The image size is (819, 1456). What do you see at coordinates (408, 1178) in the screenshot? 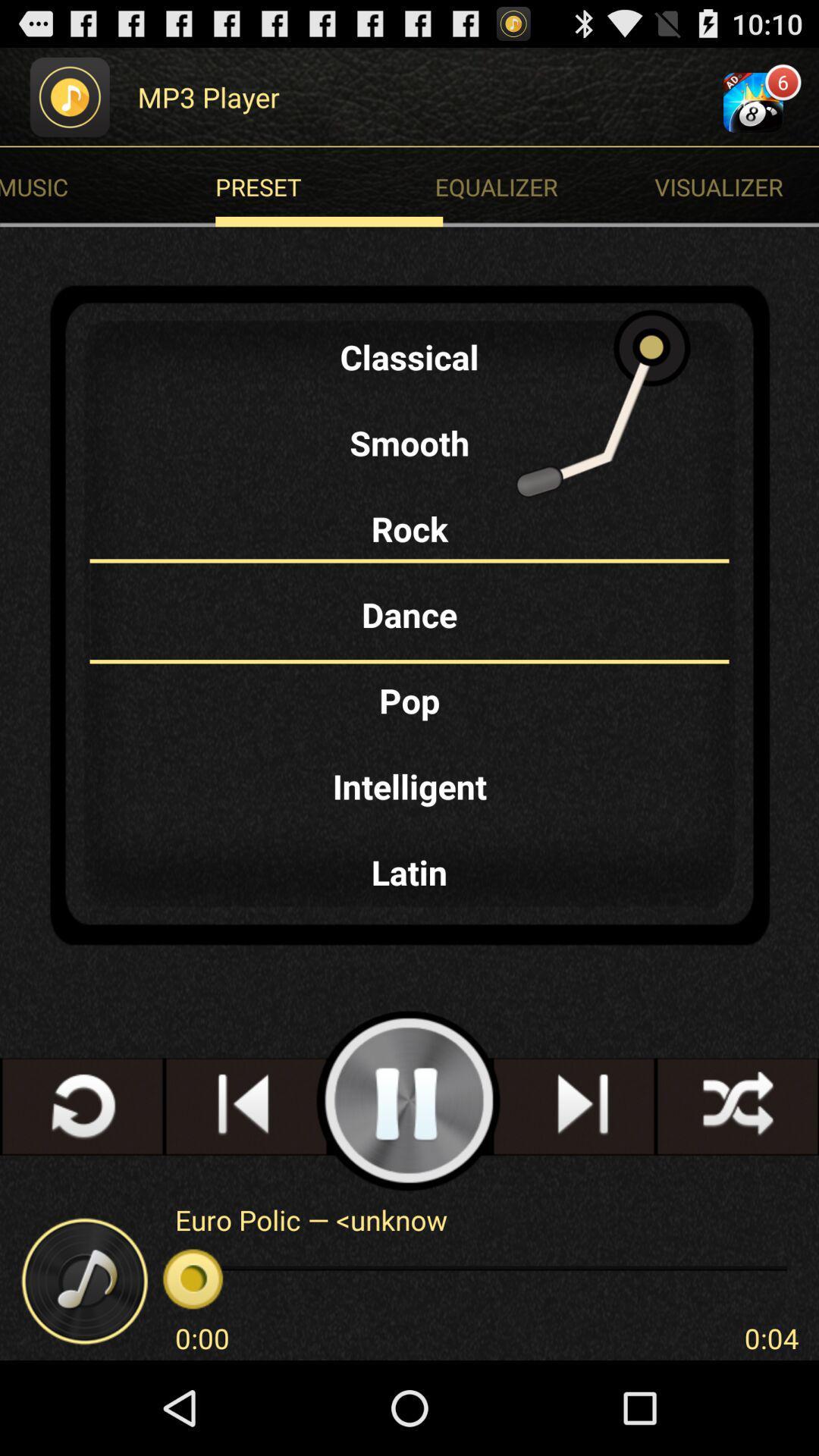
I see `the pause icon` at bounding box center [408, 1178].